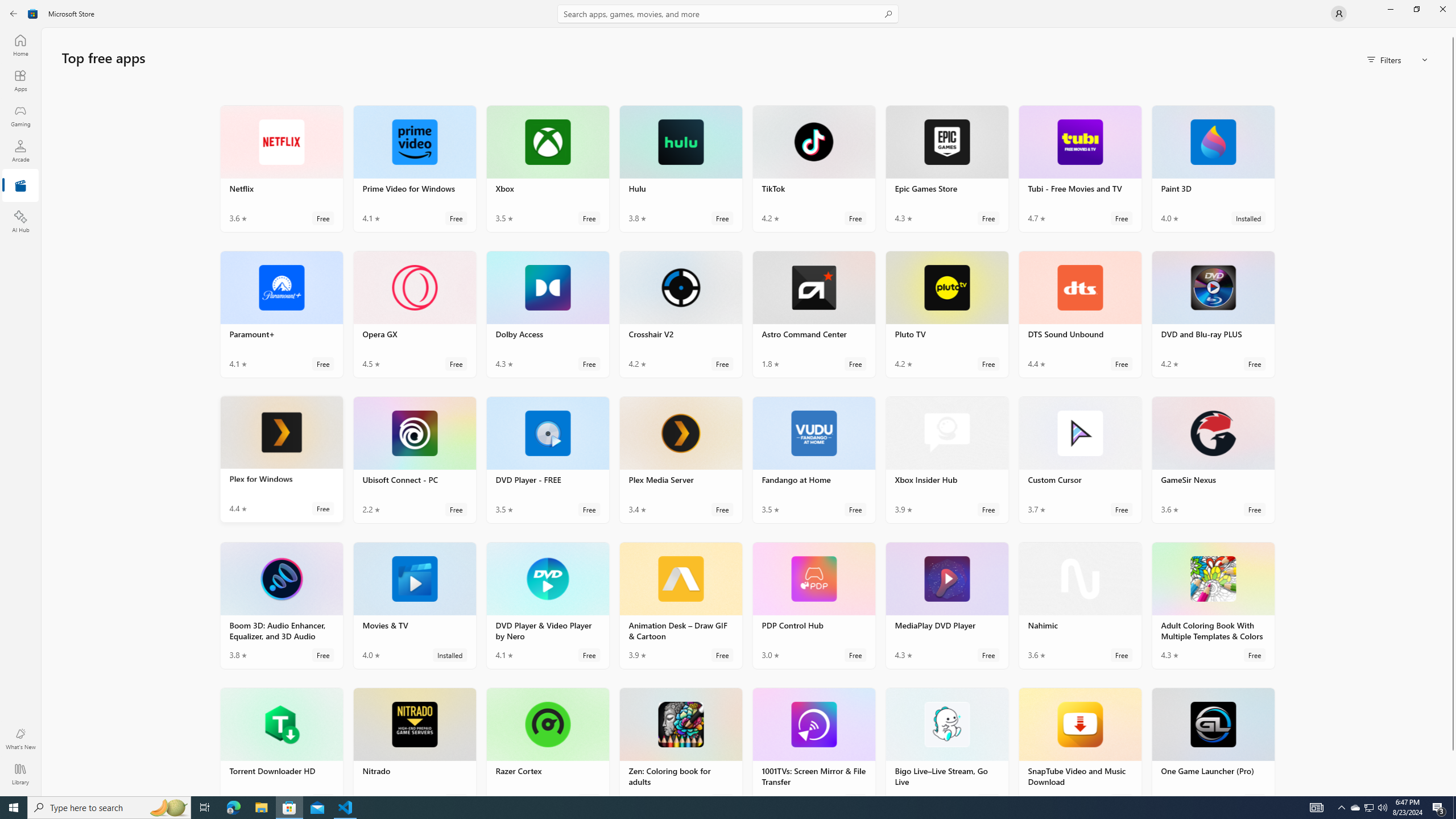 The height and width of the screenshot is (819, 1456). Describe the element at coordinates (1442, 9) in the screenshot. I see `'Close Microsoft Store'` at that location.